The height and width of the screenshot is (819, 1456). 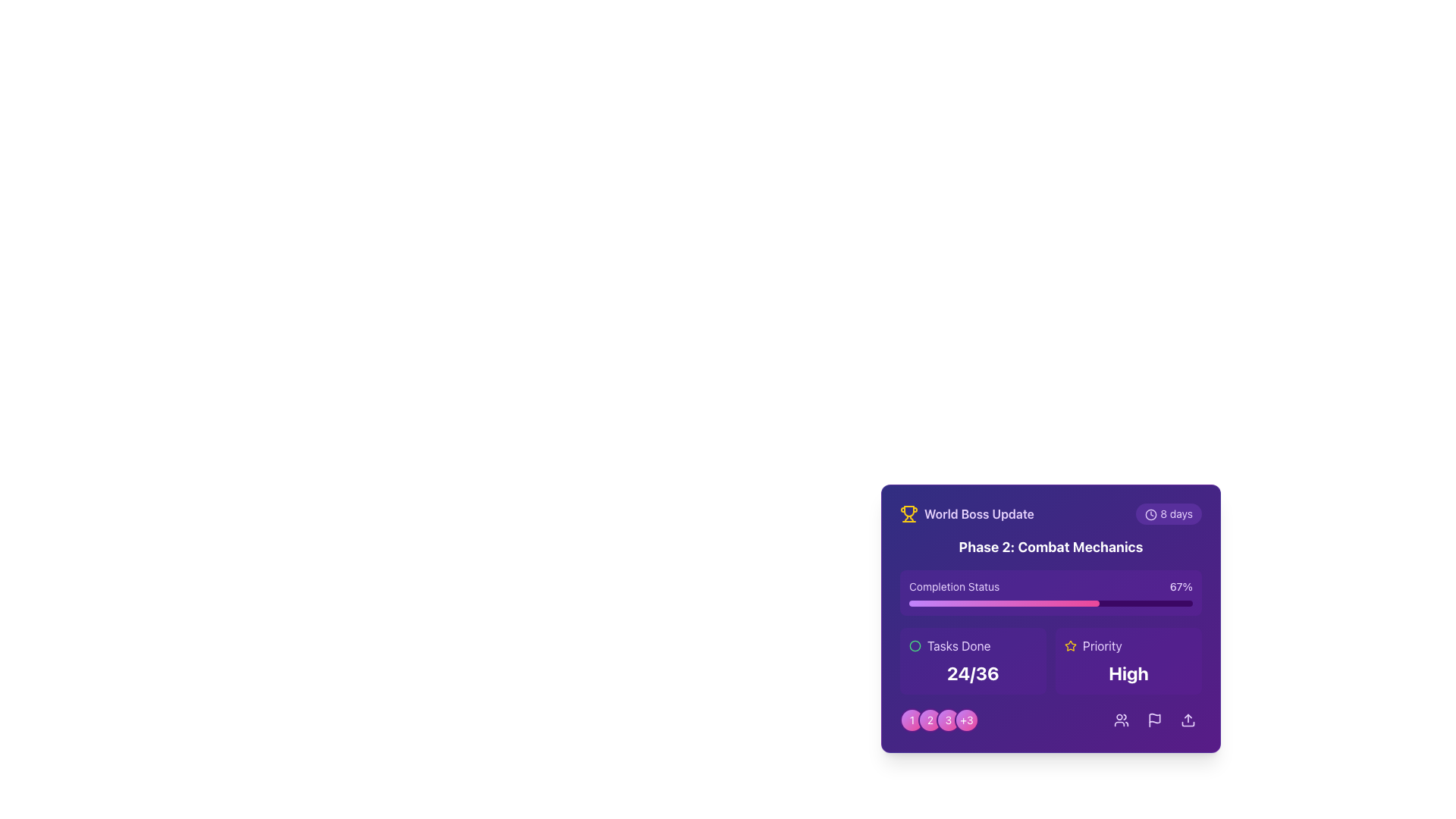 What do you see at coordinates (1187, 723) in the screenshot?
I see `the decorative curved segment of the upload icon located at the bottom-right corner of the dashboard card` at bounding box center [1187, 723].